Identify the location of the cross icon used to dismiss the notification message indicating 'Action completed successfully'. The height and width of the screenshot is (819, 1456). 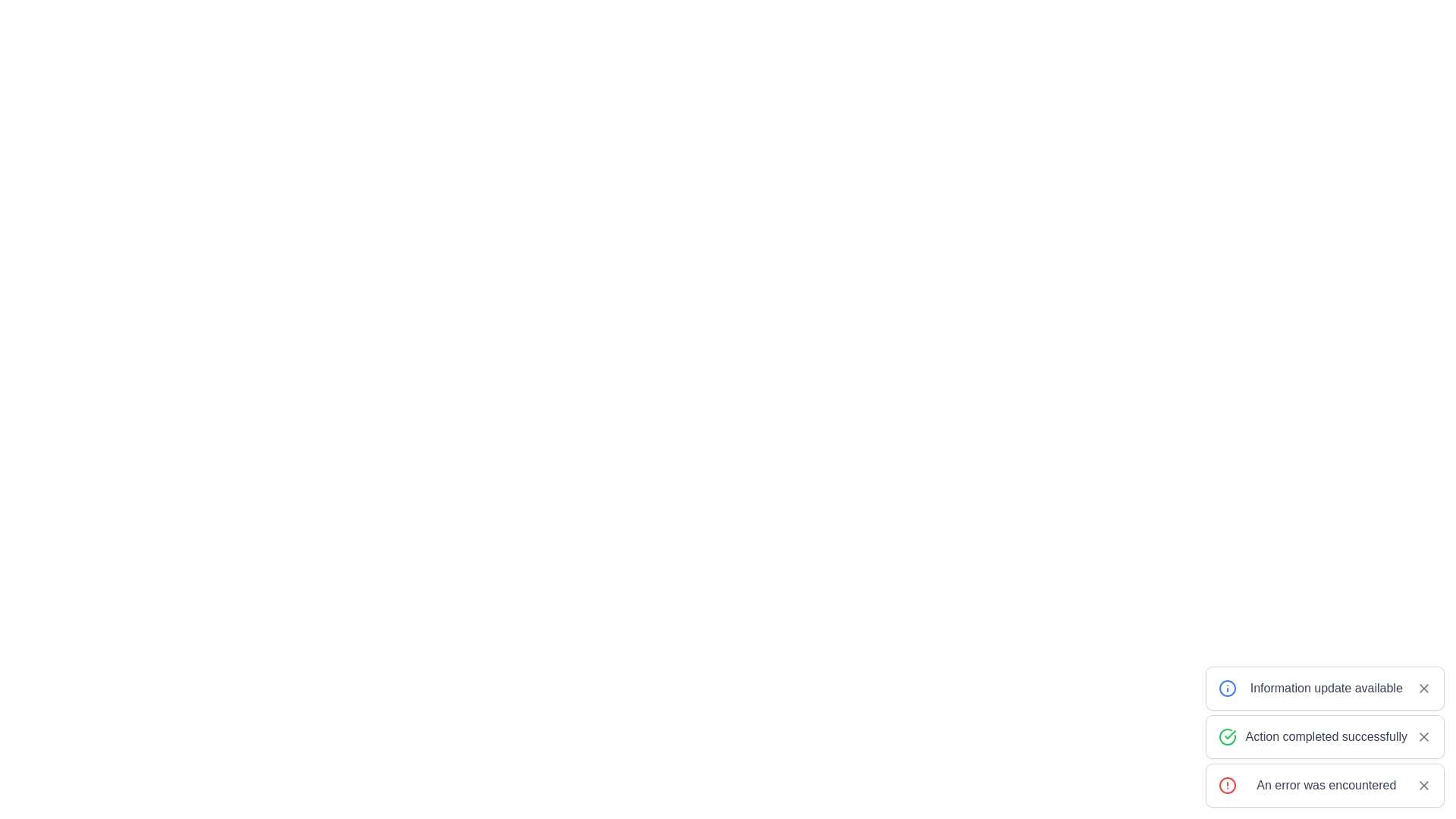
(1423, 736).